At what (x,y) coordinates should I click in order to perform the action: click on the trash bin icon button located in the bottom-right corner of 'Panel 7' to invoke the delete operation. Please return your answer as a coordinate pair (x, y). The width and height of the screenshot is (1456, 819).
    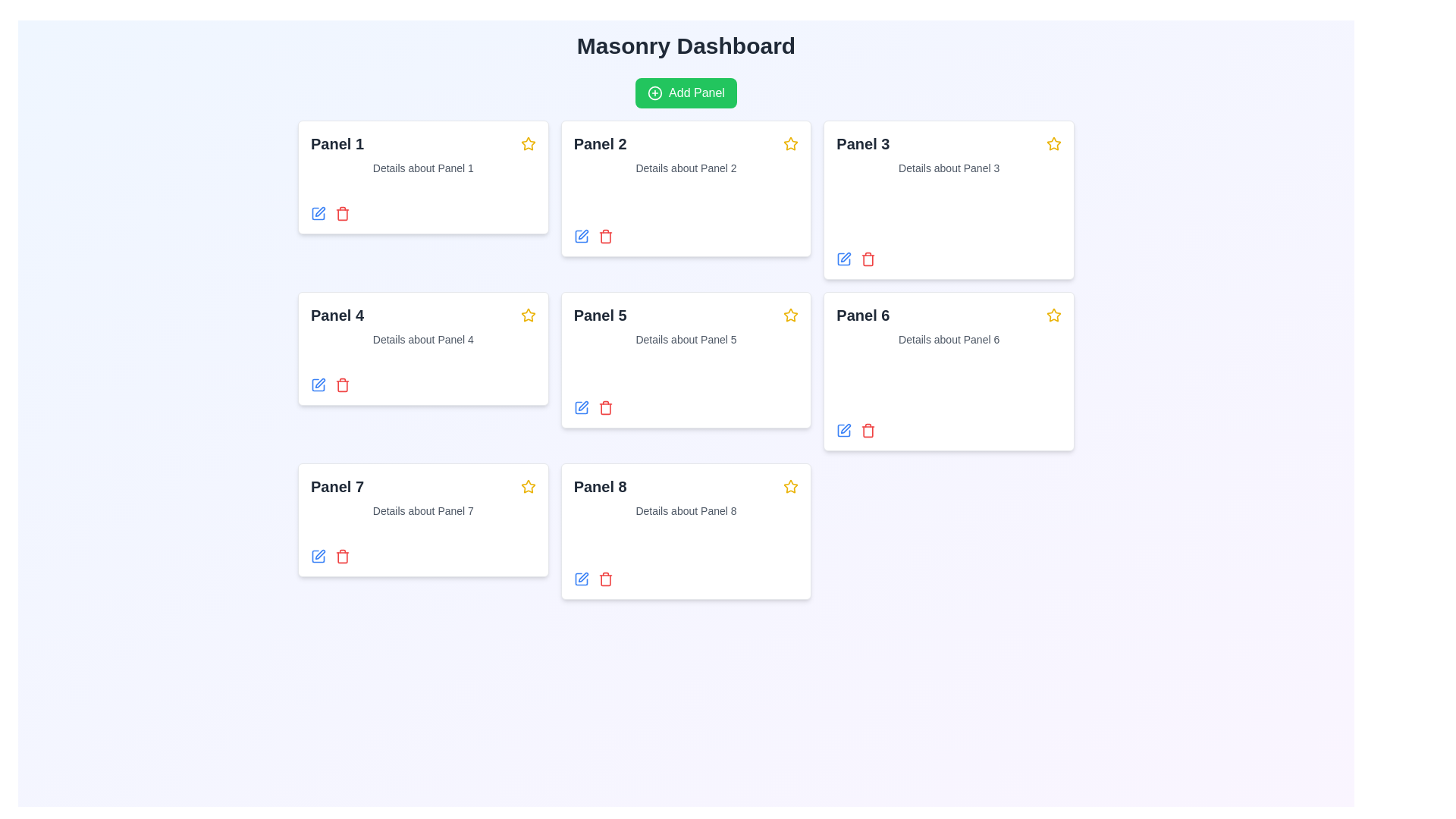
    Looking at the image, I should click on (341, 556).